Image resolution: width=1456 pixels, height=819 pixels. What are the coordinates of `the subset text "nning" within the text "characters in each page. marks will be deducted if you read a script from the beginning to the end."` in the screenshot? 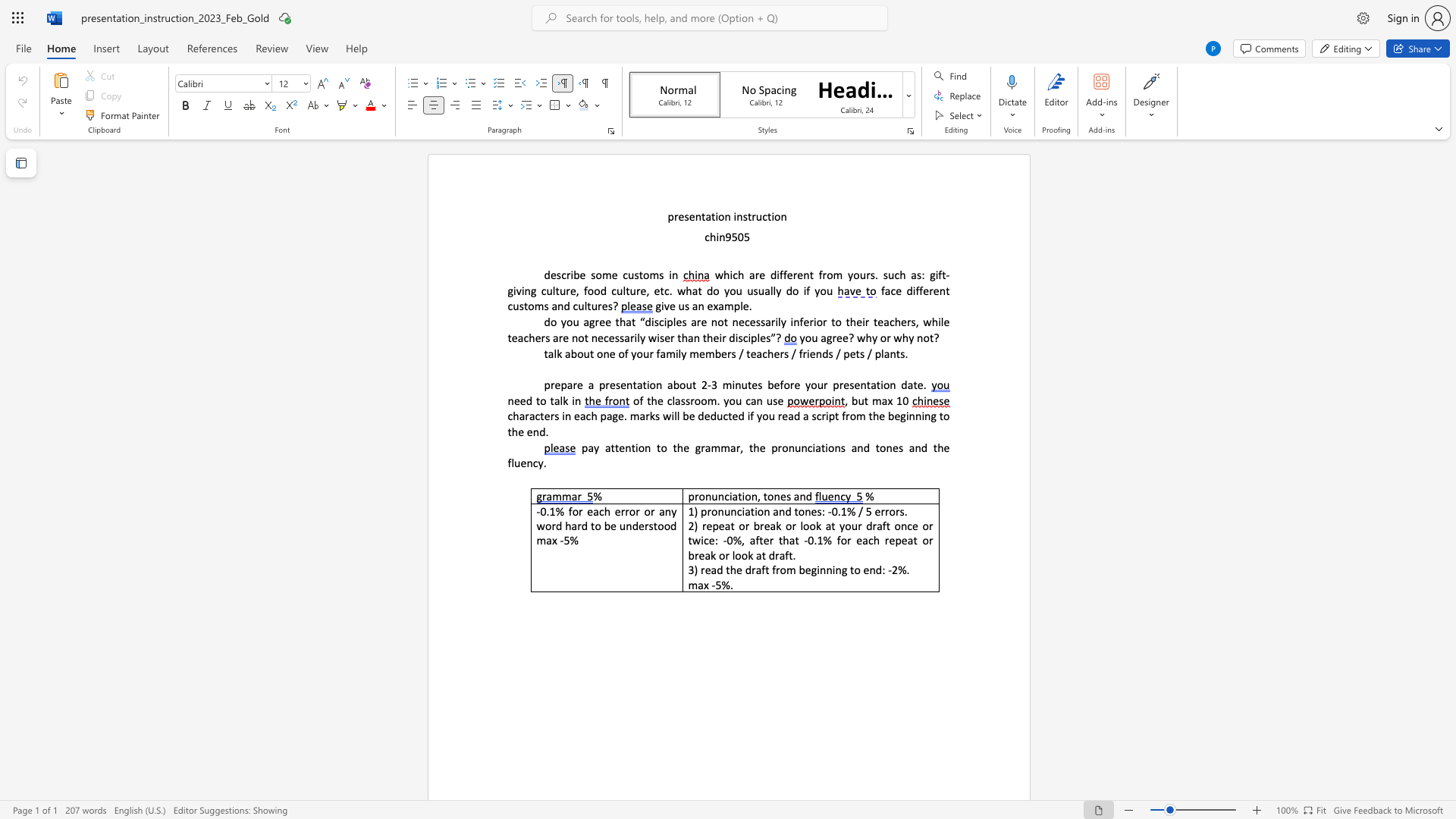 It's located at (908, 416).